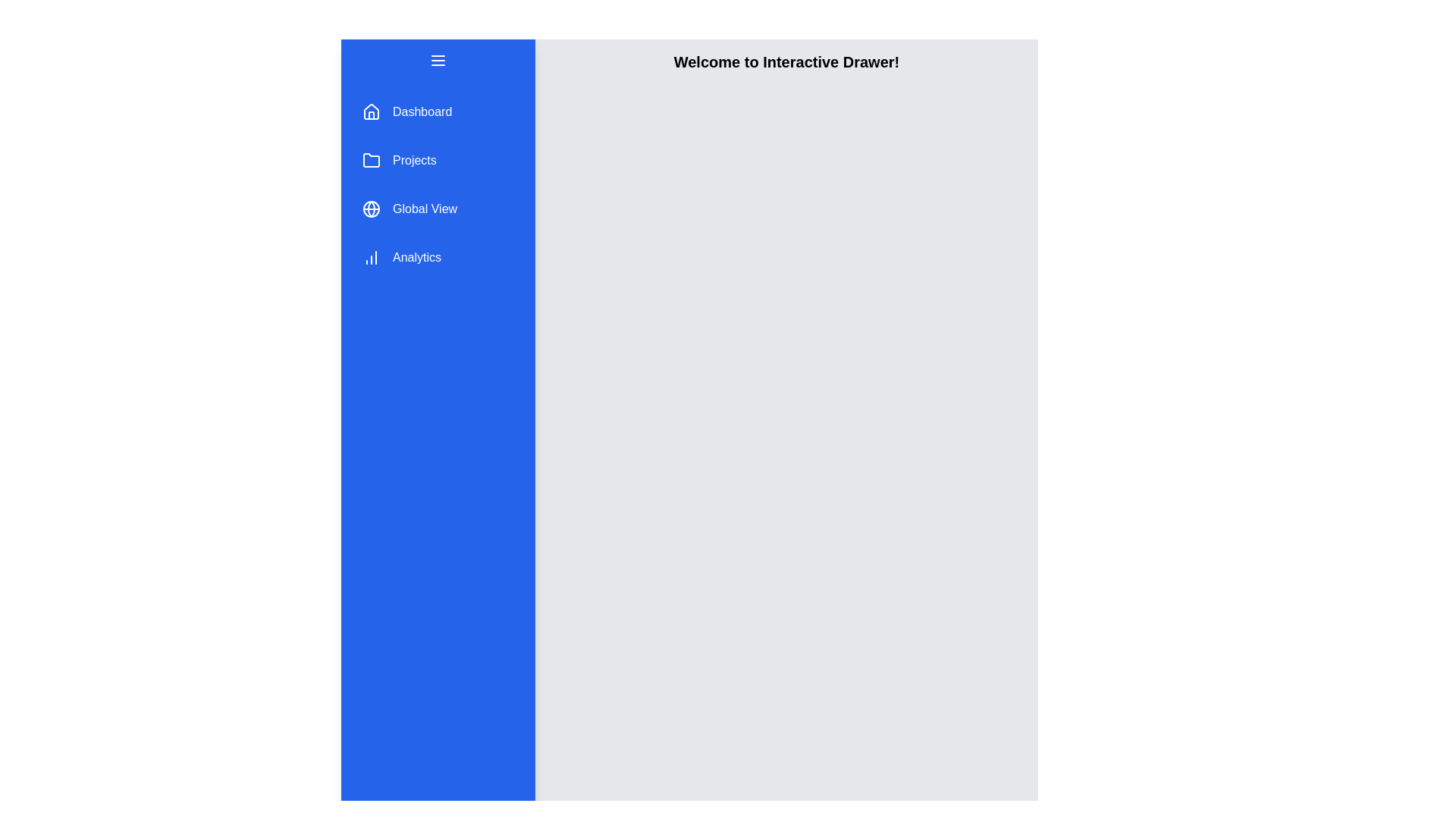  I want to click on the menu item Analytics in the drawer, so click(437, 256).